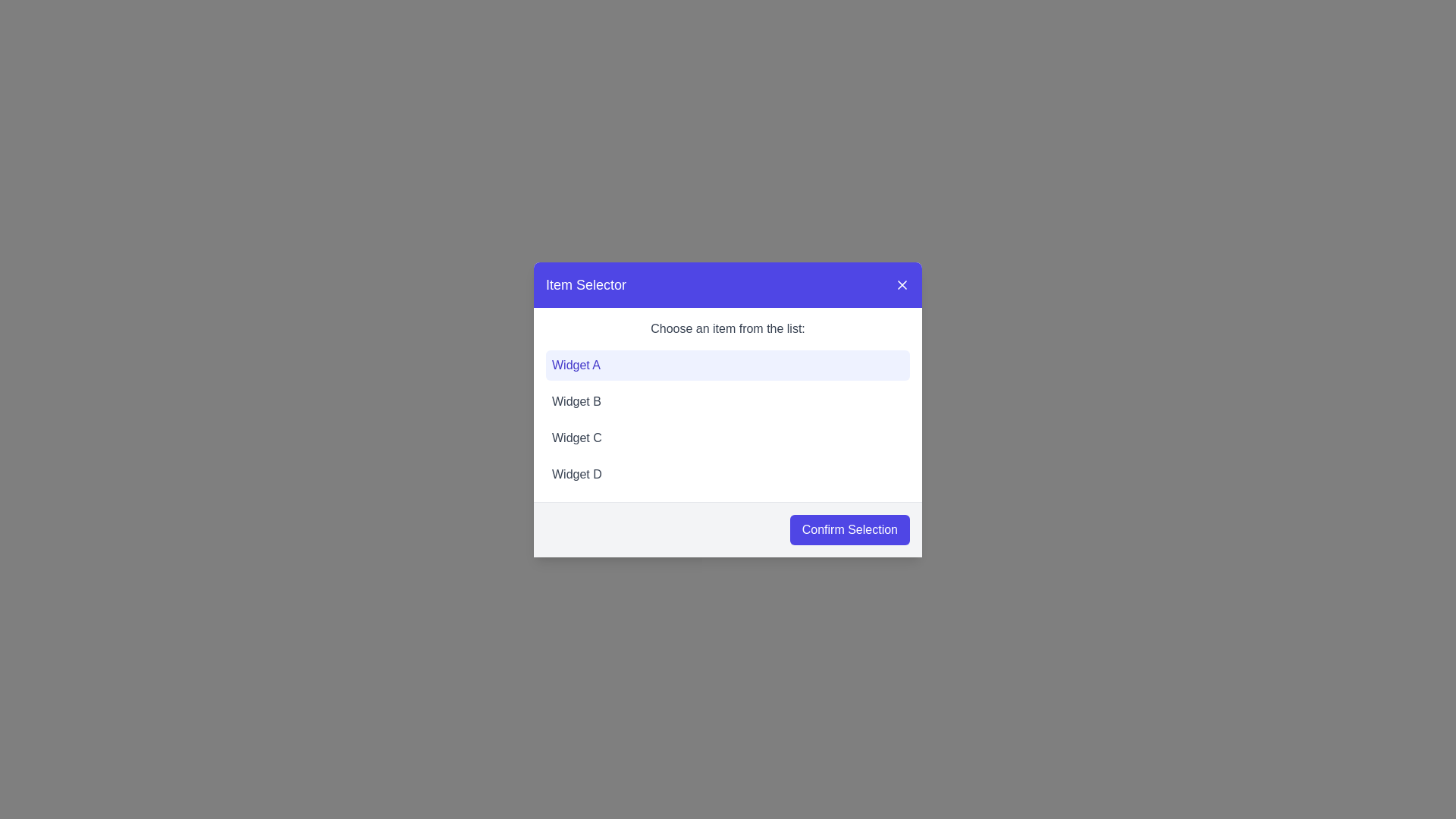 The height and width of the screenshot is (819, 1456). Describe the element at coordinates (728, 400) in the screenshot. I see `the selectable list item representing 'Widget B'` at that location.